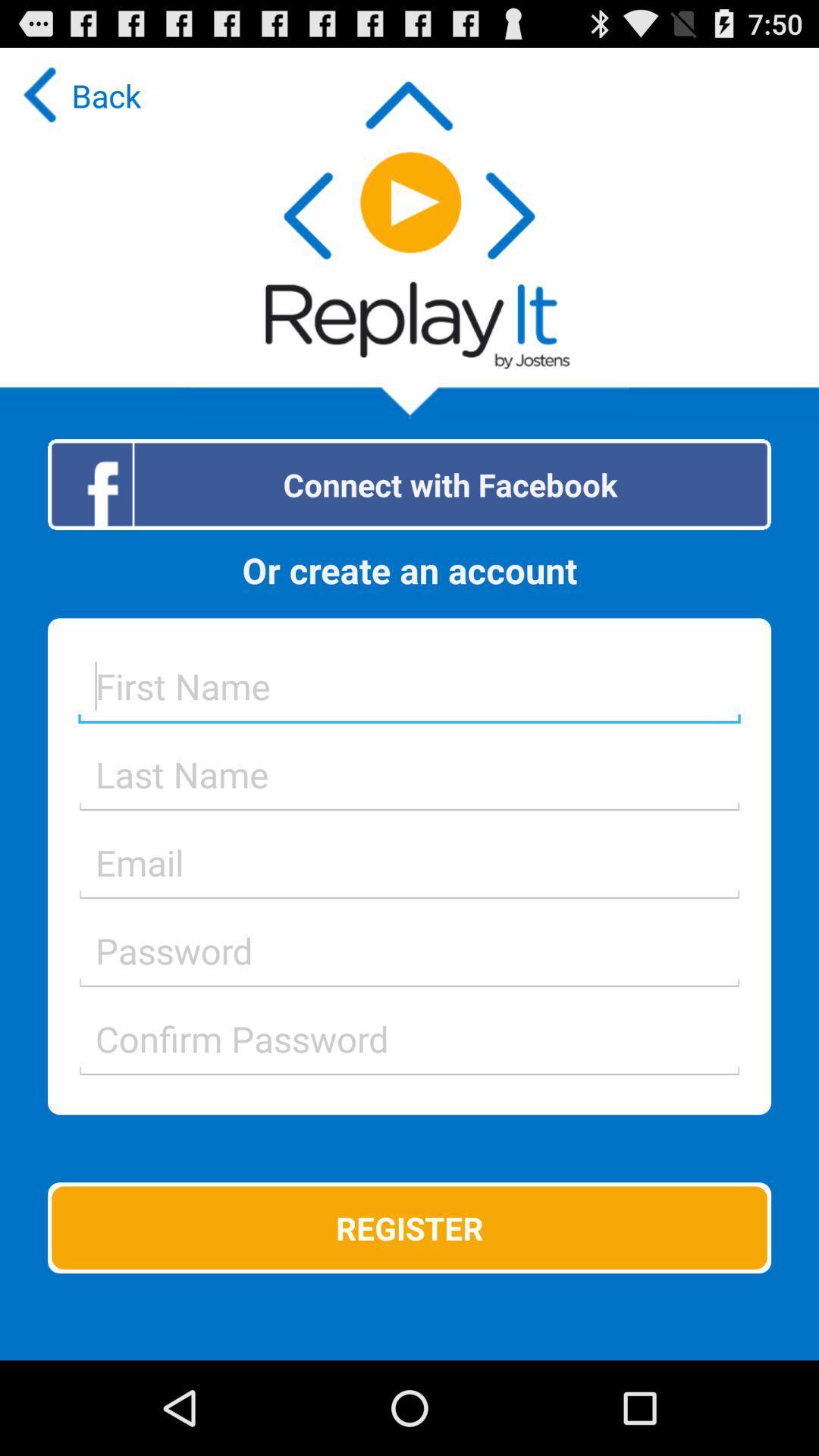  I want to click on email, so click(409, 862).